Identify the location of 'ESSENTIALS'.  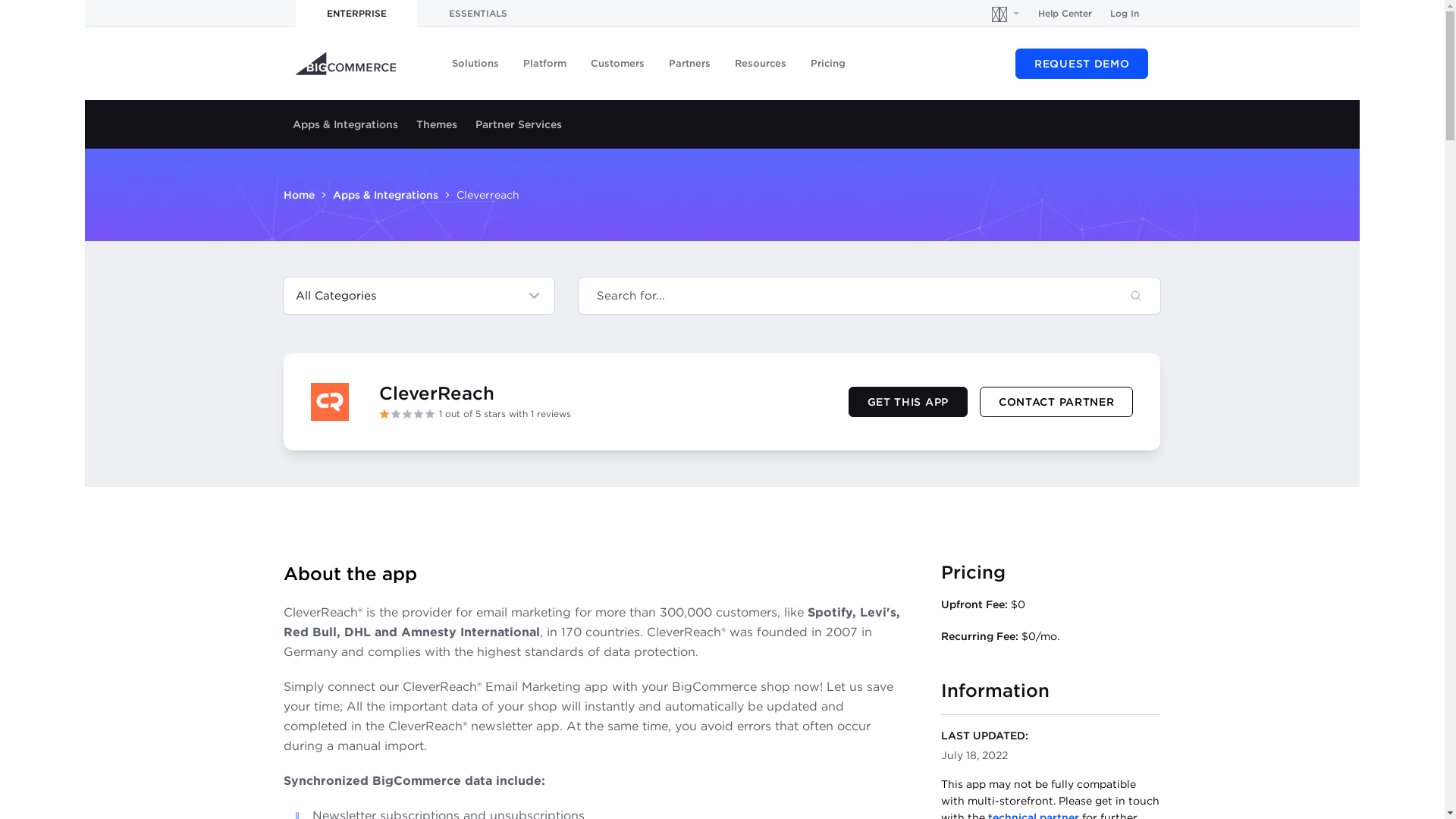
(476, 14).